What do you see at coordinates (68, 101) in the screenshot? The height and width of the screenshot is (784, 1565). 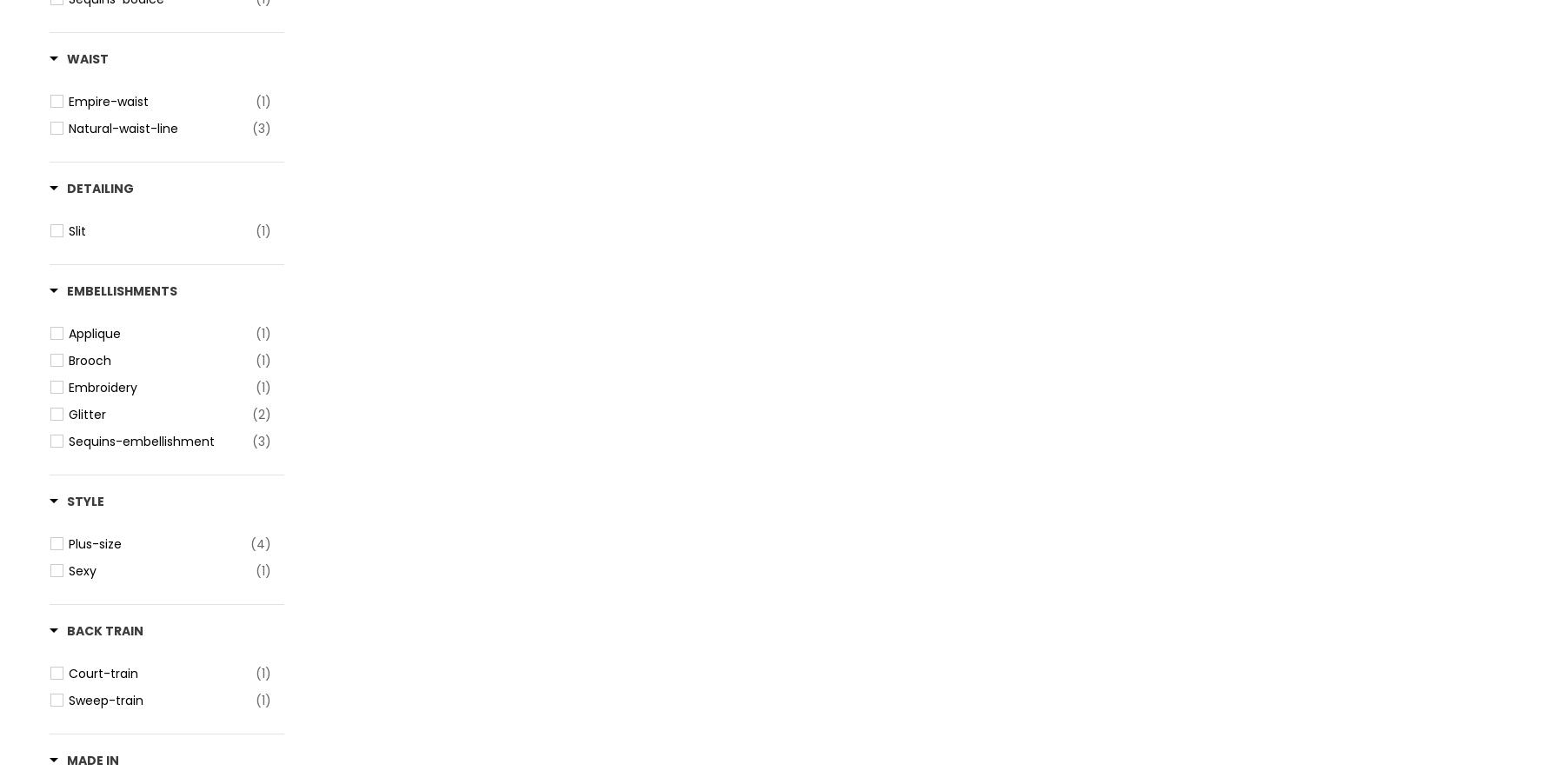 I see `'Empire-waist'` at bounding box center [68, 101].